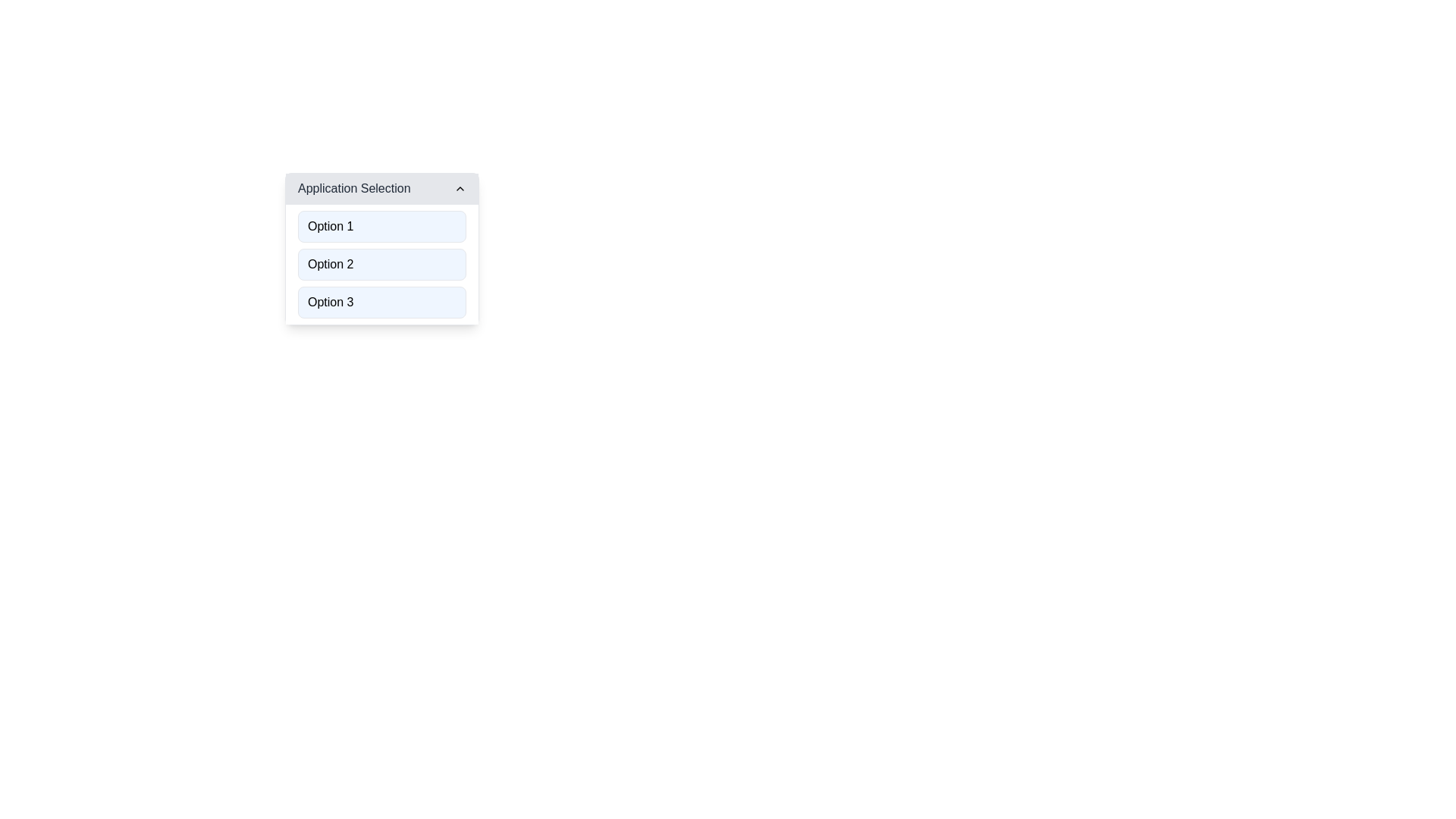  Describe the element at coordinates (382, 248) in the screenshot. I see `the second option in the dropdown menu which allows users to select 'Option 2'` at that location.